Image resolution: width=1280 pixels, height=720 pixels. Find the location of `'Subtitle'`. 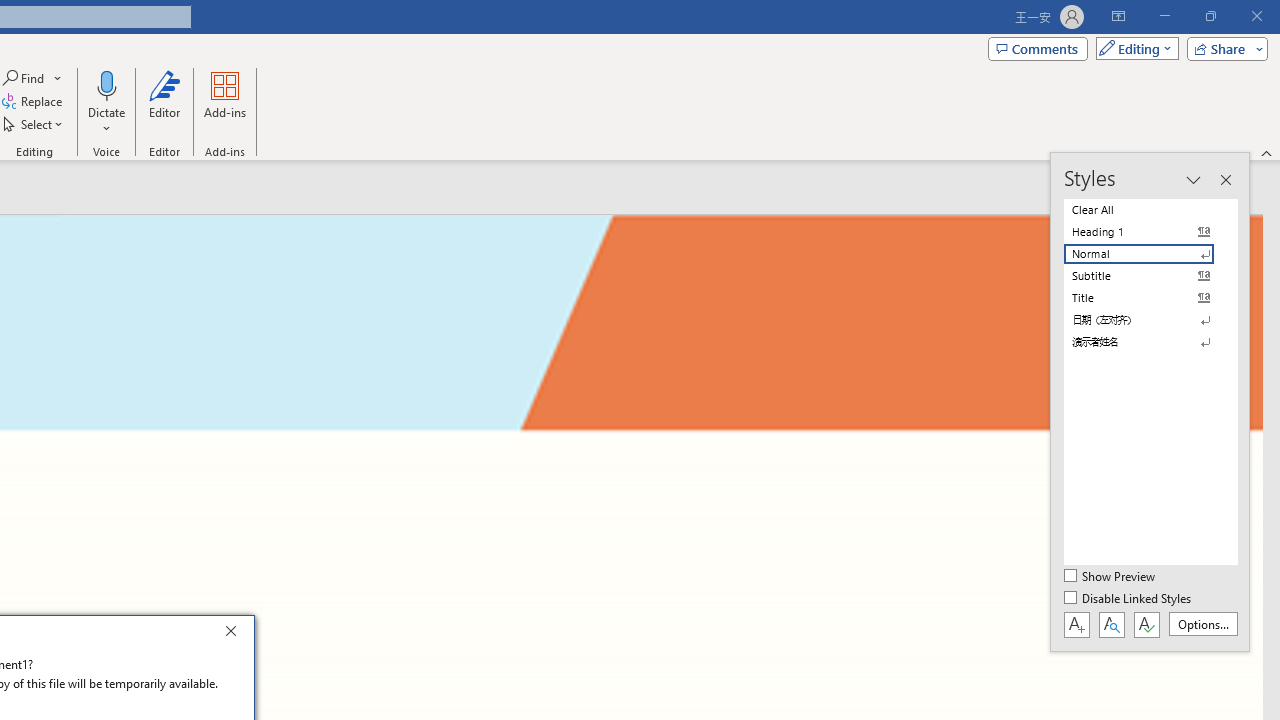

'Subtitle' is located at coordinates (1150, 276).